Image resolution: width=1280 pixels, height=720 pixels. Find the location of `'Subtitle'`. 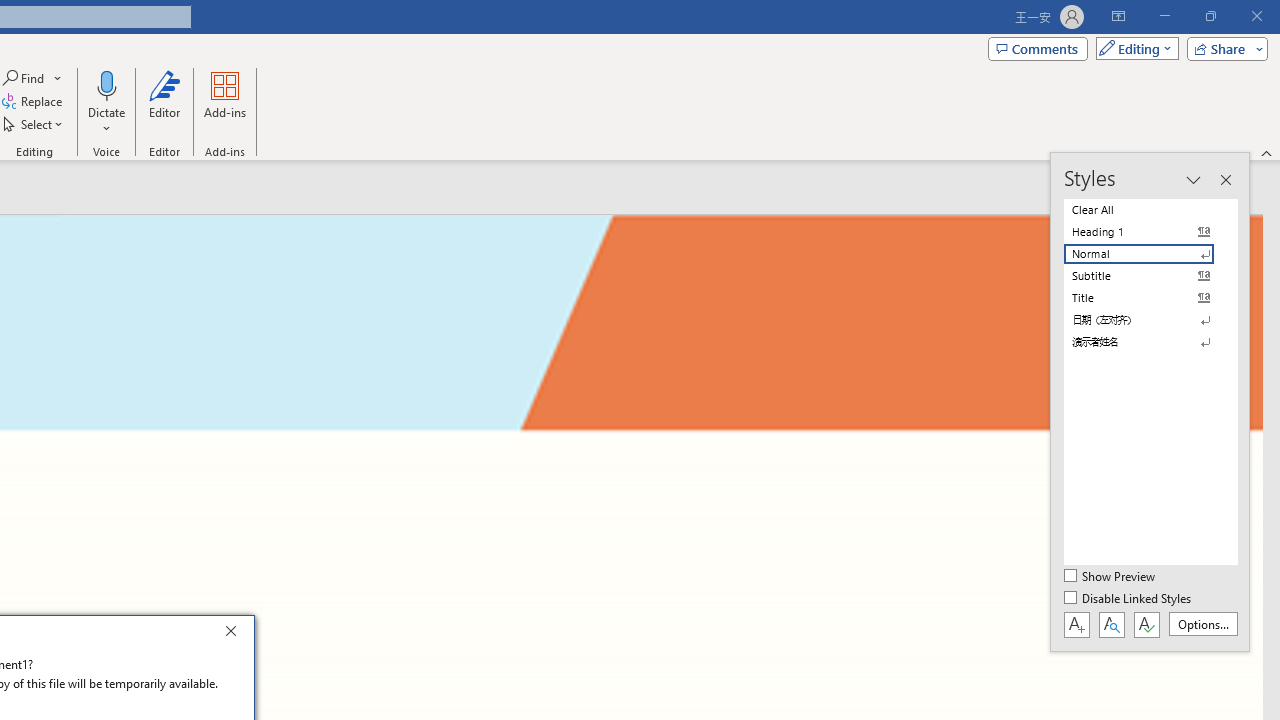

'Subtitle' is located at coordinates (1150, 276).